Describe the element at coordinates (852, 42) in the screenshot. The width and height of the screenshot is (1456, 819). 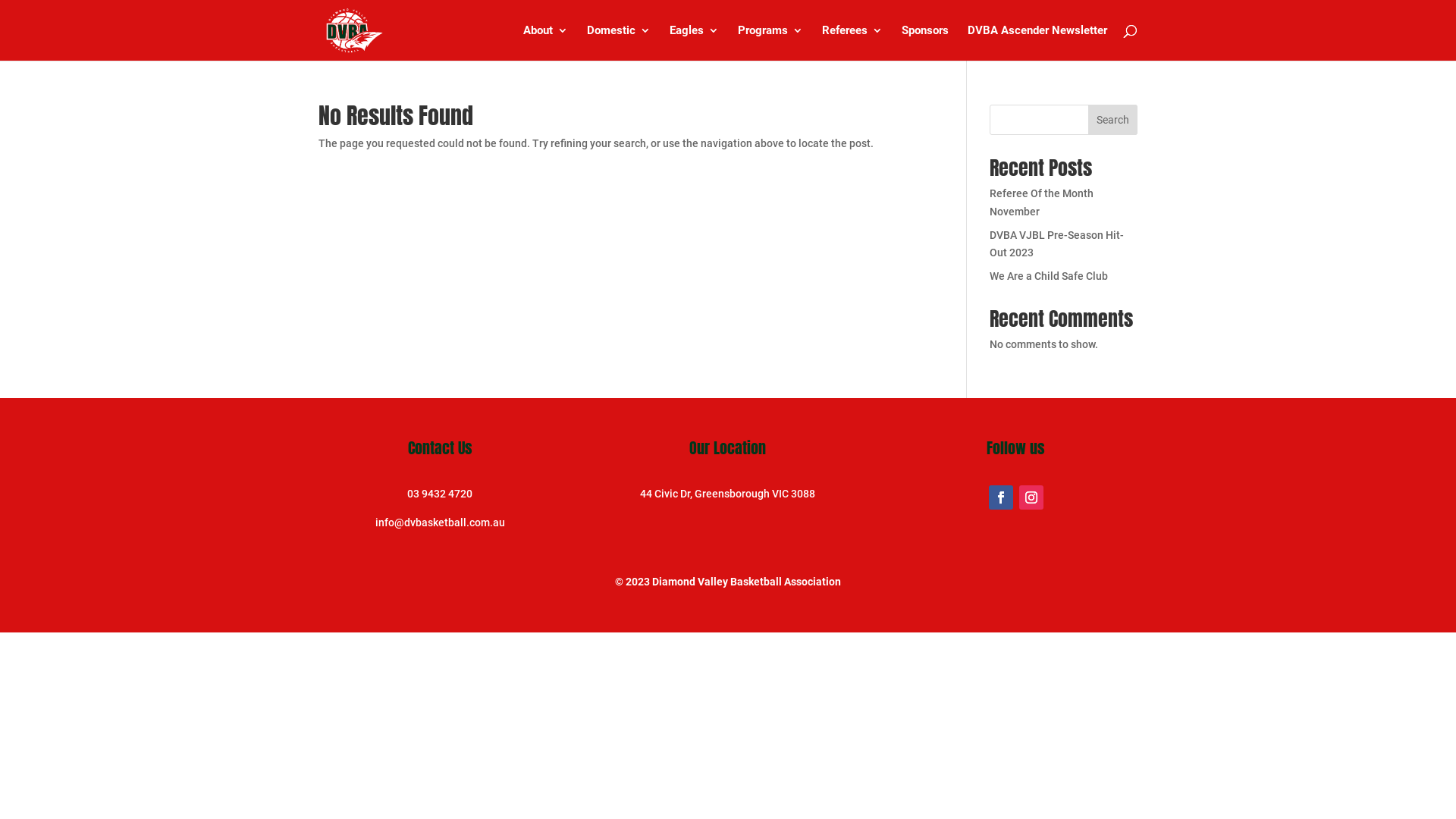
I see `'Referees'` at that location.